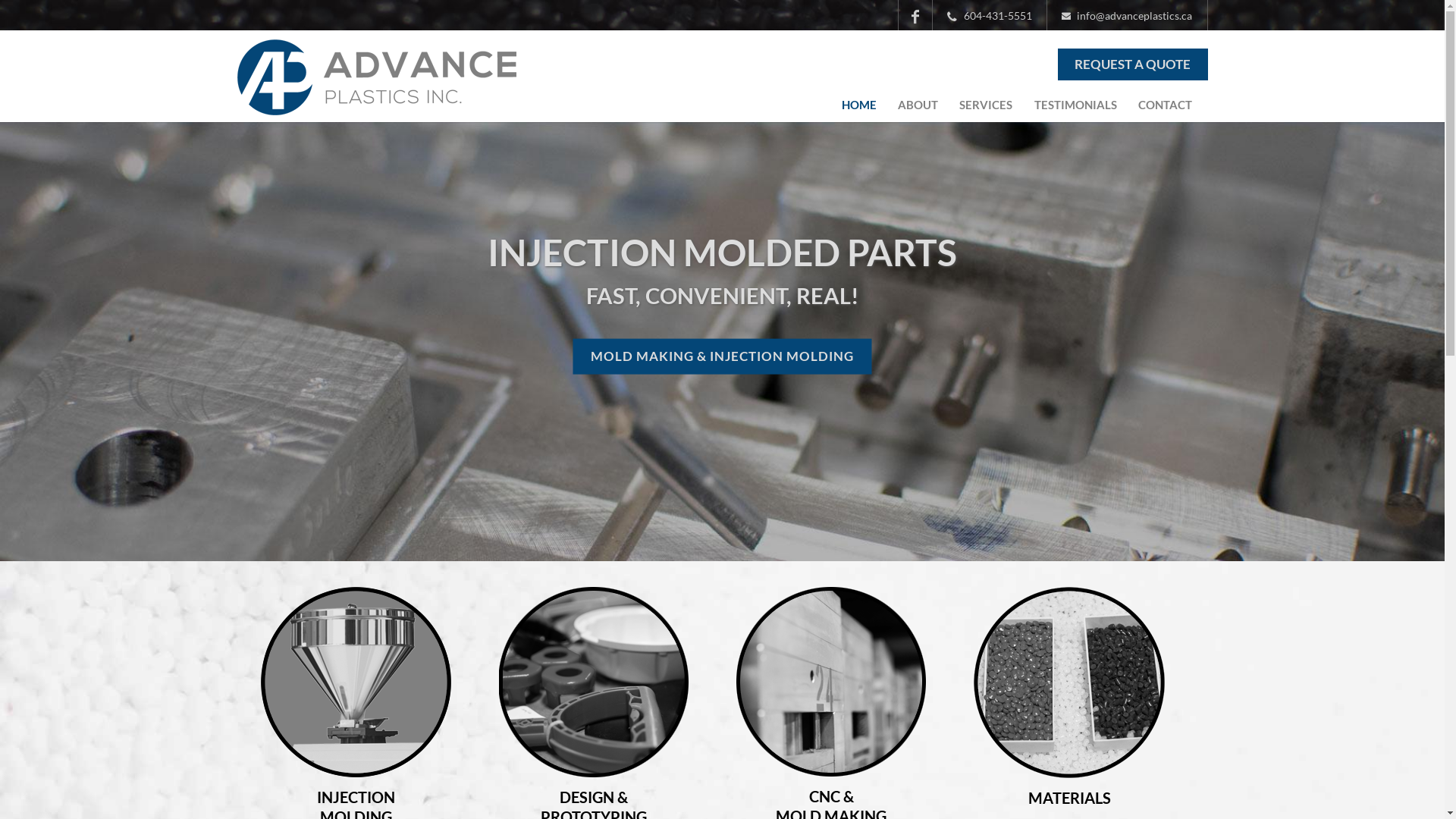 The width and height of the screenshot is (1456, 819). Describe the element at coordinates (721, 356) in the screenshot. I see `'MOLD MAKING & INJECTION MOLDING'` at that location.